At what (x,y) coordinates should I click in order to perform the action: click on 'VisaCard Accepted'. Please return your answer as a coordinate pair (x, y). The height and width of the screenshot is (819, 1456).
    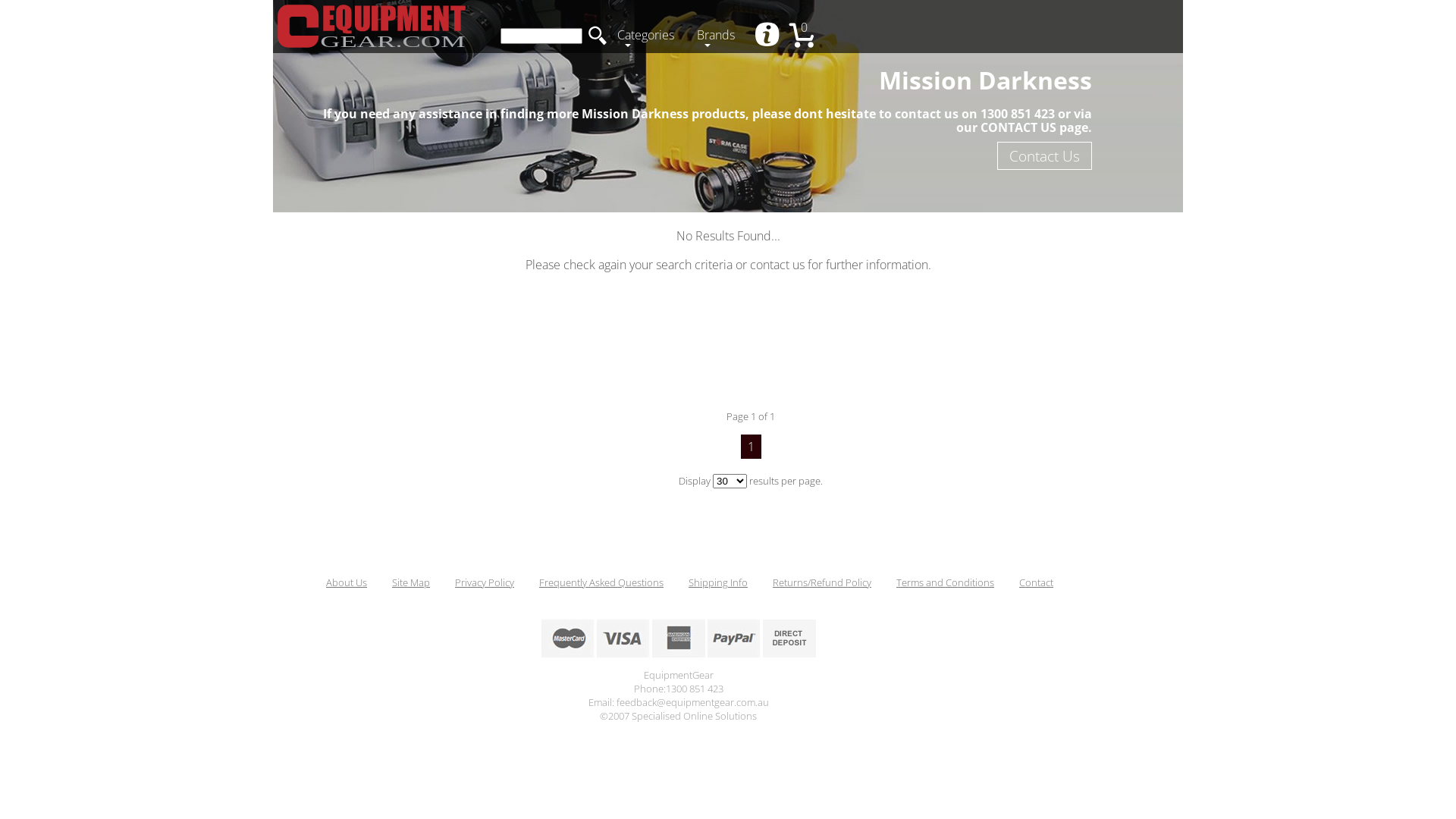
    Looking at the image, I should click on (622, 638).